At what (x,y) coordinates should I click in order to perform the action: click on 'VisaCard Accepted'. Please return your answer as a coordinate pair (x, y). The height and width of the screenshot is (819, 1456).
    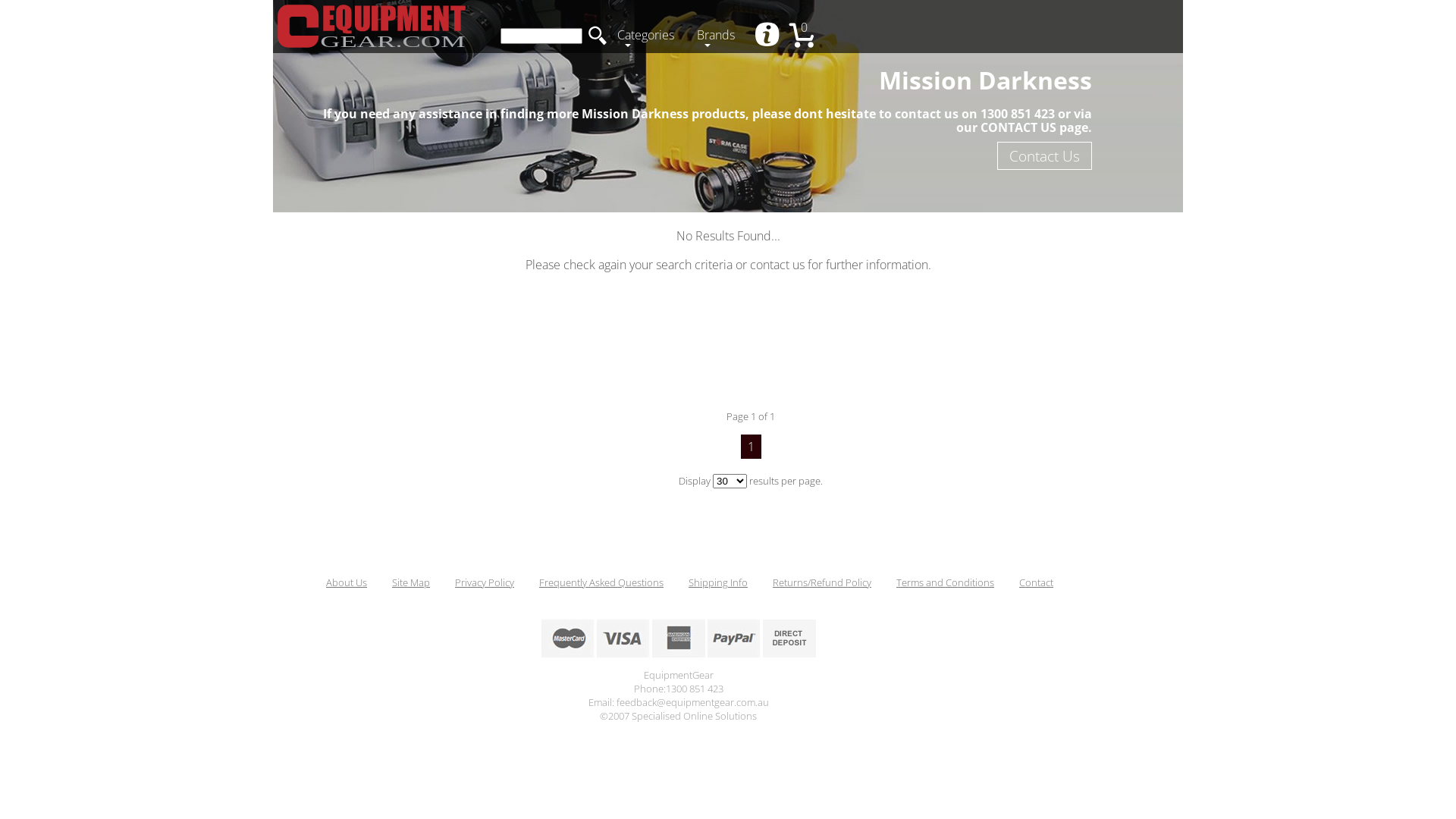
    Looking at the image, I should click on (622, 638).